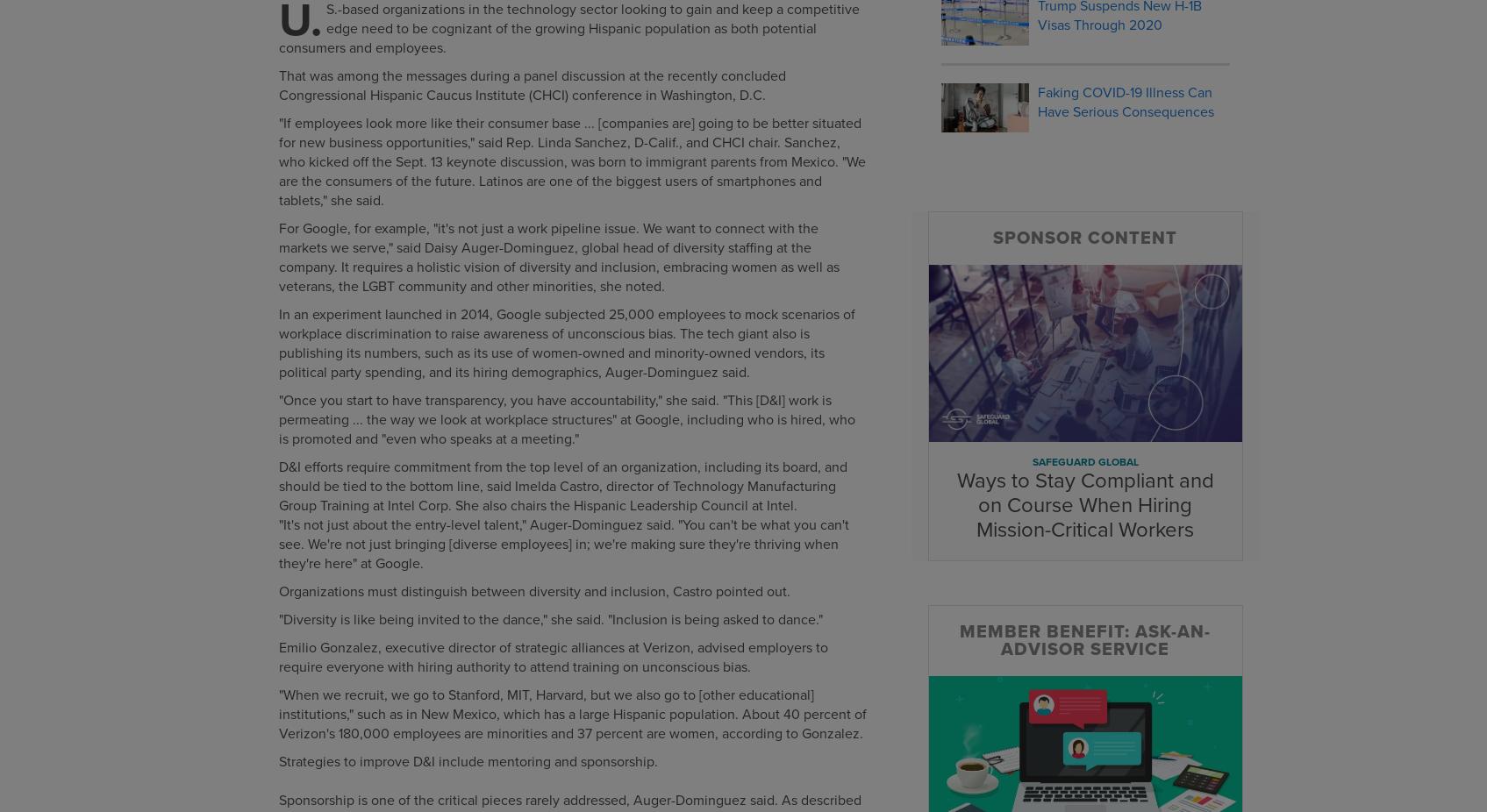 Image resolution: width=1487 pixels, height=812 pixels. Describe the element at coordinates (570, 161) in the screenshot. I see `'"If employees look more like their consumer base ... [companies are] going to be better situated for new business opportunities," said Rep. Linda Sanchez, D-Calif., and CHCI chair. Sanchez, who kicked off the Sept. 13 keynote discussion, was born to immigrant parents from Mexico. "We are the consumers of the future. Latinos are one of the biggest users of smartphones and tablets," she said.'` at that location.